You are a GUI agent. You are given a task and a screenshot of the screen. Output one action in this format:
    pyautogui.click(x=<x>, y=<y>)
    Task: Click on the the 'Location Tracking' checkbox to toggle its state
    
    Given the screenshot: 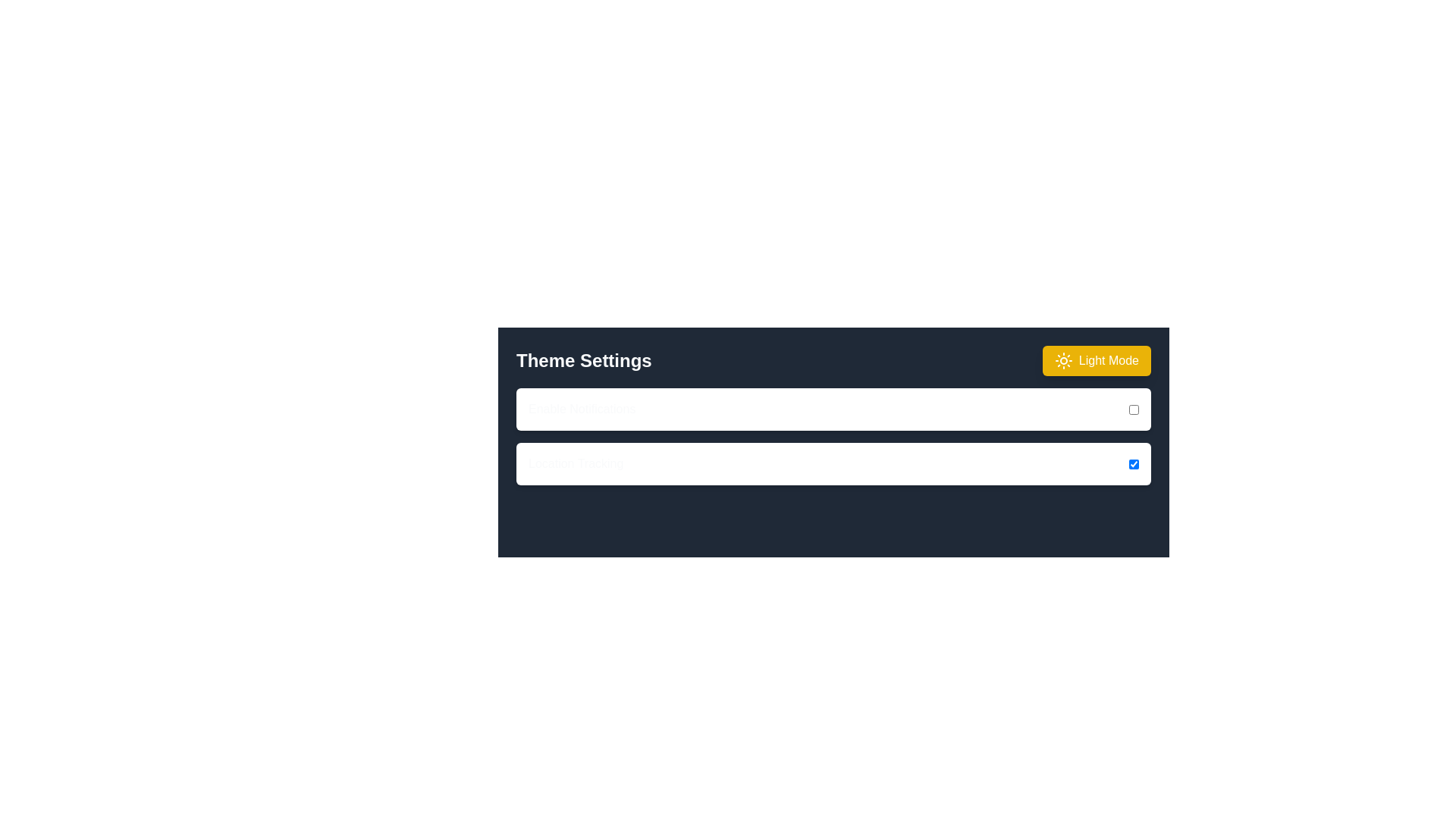 What is the action you would take?
    pyautogui.click(x=1134, y=463)
    